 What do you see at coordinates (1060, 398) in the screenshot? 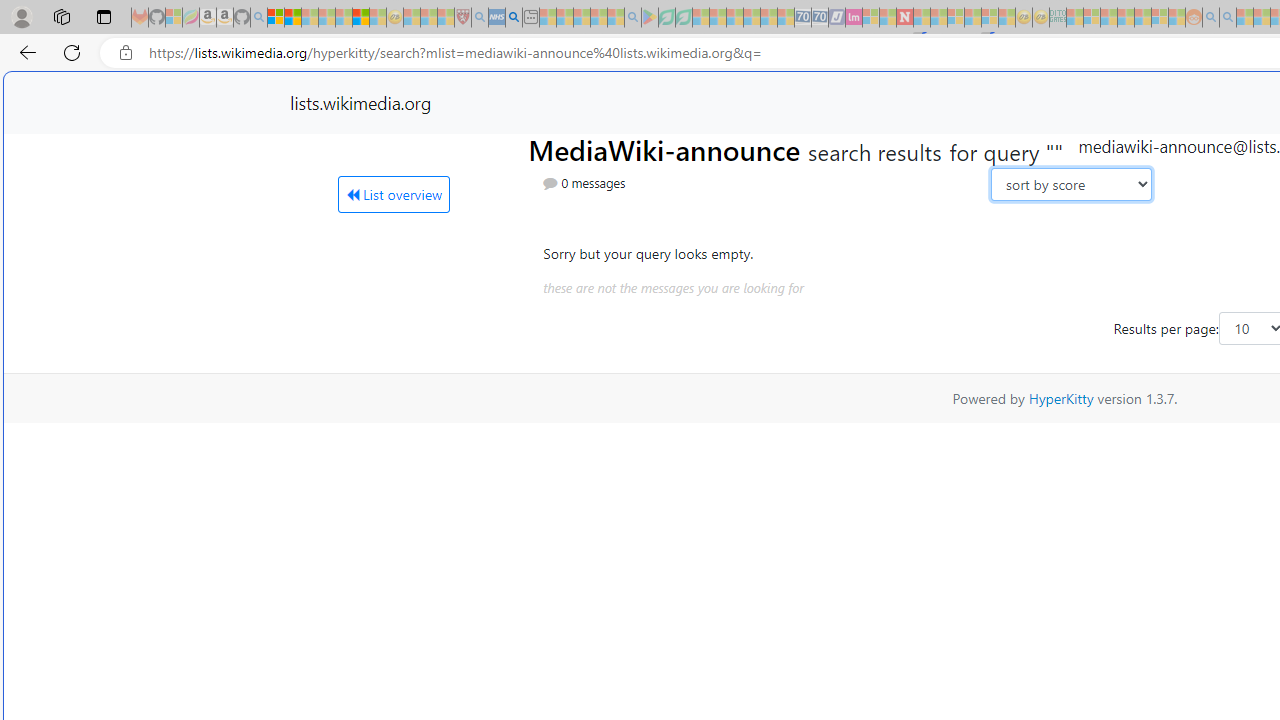
I see `'HyperKitty'` at bounding box center [1060, 398].